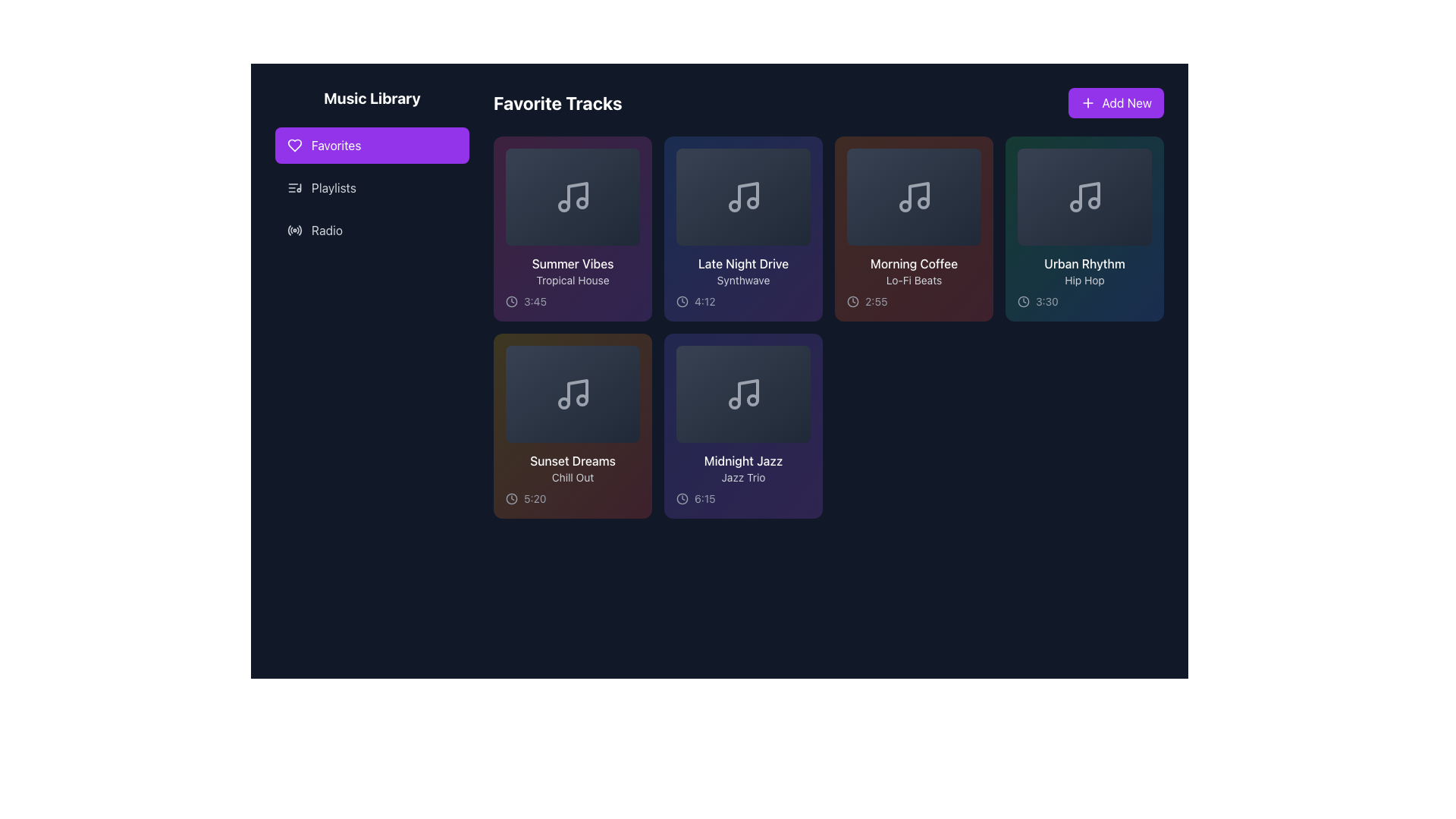 The width and height of the screenshot is (1456, 819). I want to click on the clock icon, which is a minimalistic grayish circular outline with clock hands, located to the left of the text displaying '6:15', so click(682, 499).